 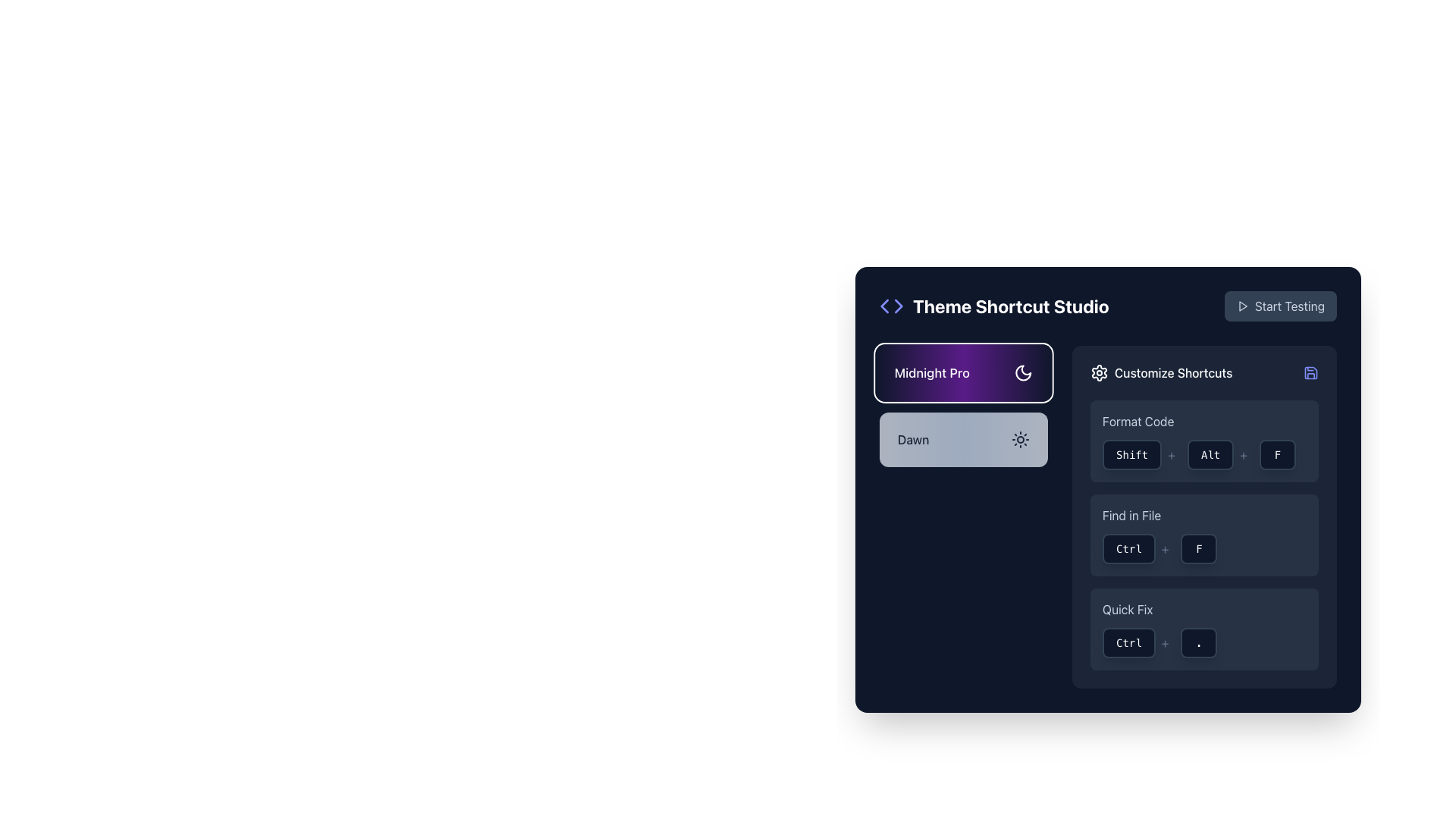 What do you see at coordinates (994, 306) in the screenshot?
I see `the heading element that serves as the title or label for the section, located at the top left side of the panel` at bounding box center [994, 306].